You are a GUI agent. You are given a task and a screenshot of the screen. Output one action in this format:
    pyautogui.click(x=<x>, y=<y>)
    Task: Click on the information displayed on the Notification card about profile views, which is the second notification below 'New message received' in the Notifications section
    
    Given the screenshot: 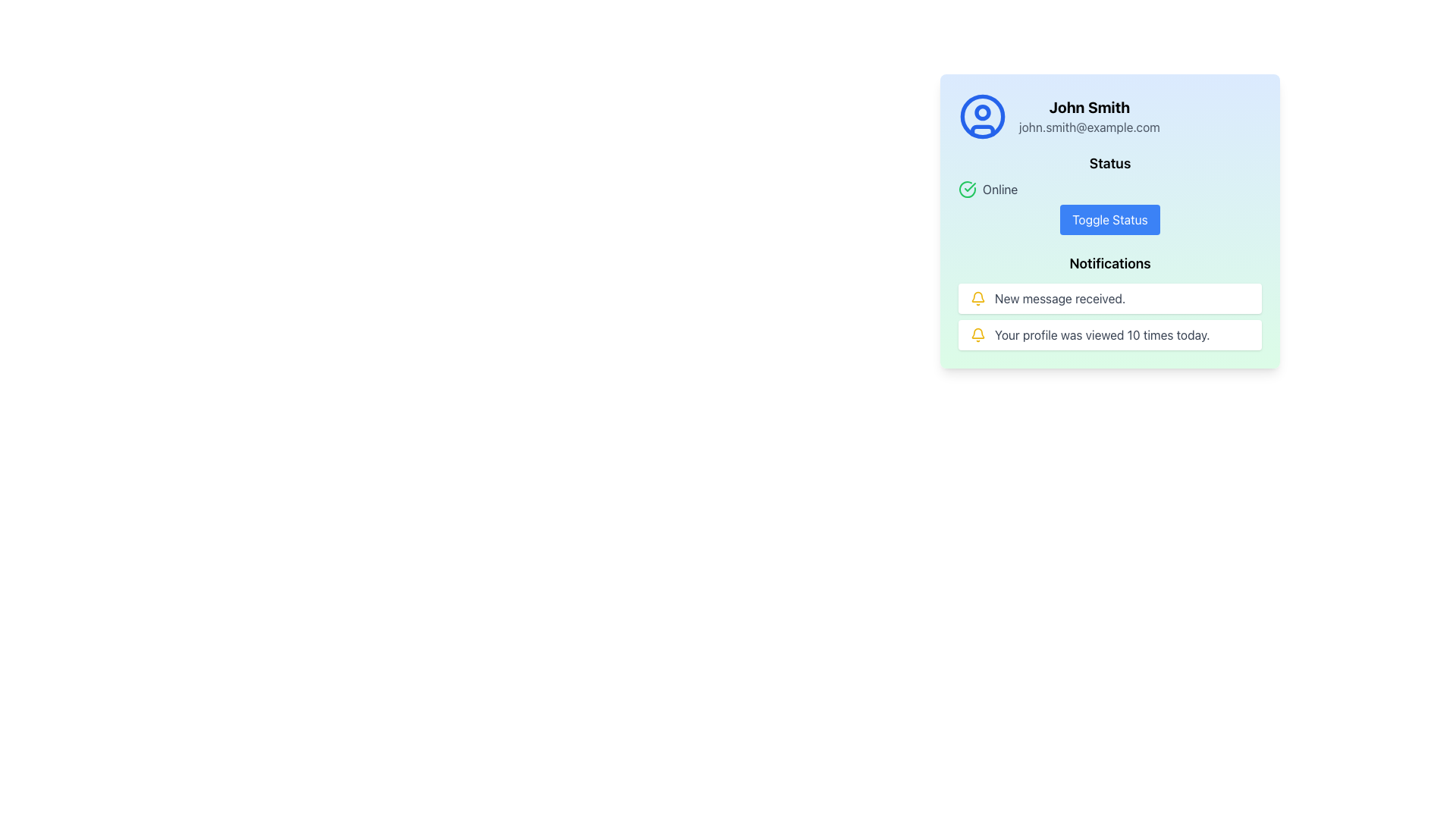 What is the action you would take?
    pyautogui.click(x=1110, y=315)
    